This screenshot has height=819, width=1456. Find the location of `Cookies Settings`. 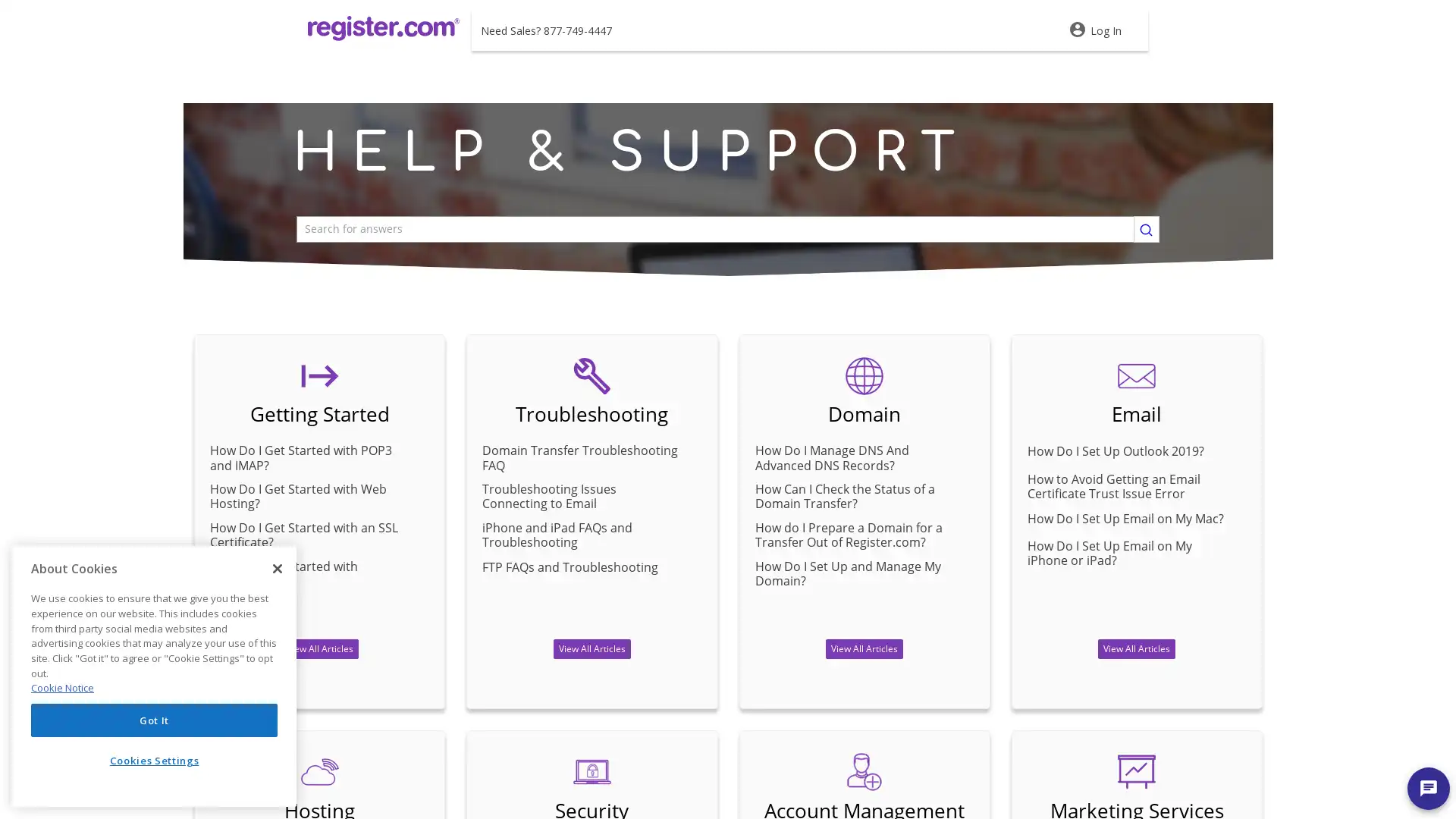

Cookies Settings is located at coordinates (154, 760).